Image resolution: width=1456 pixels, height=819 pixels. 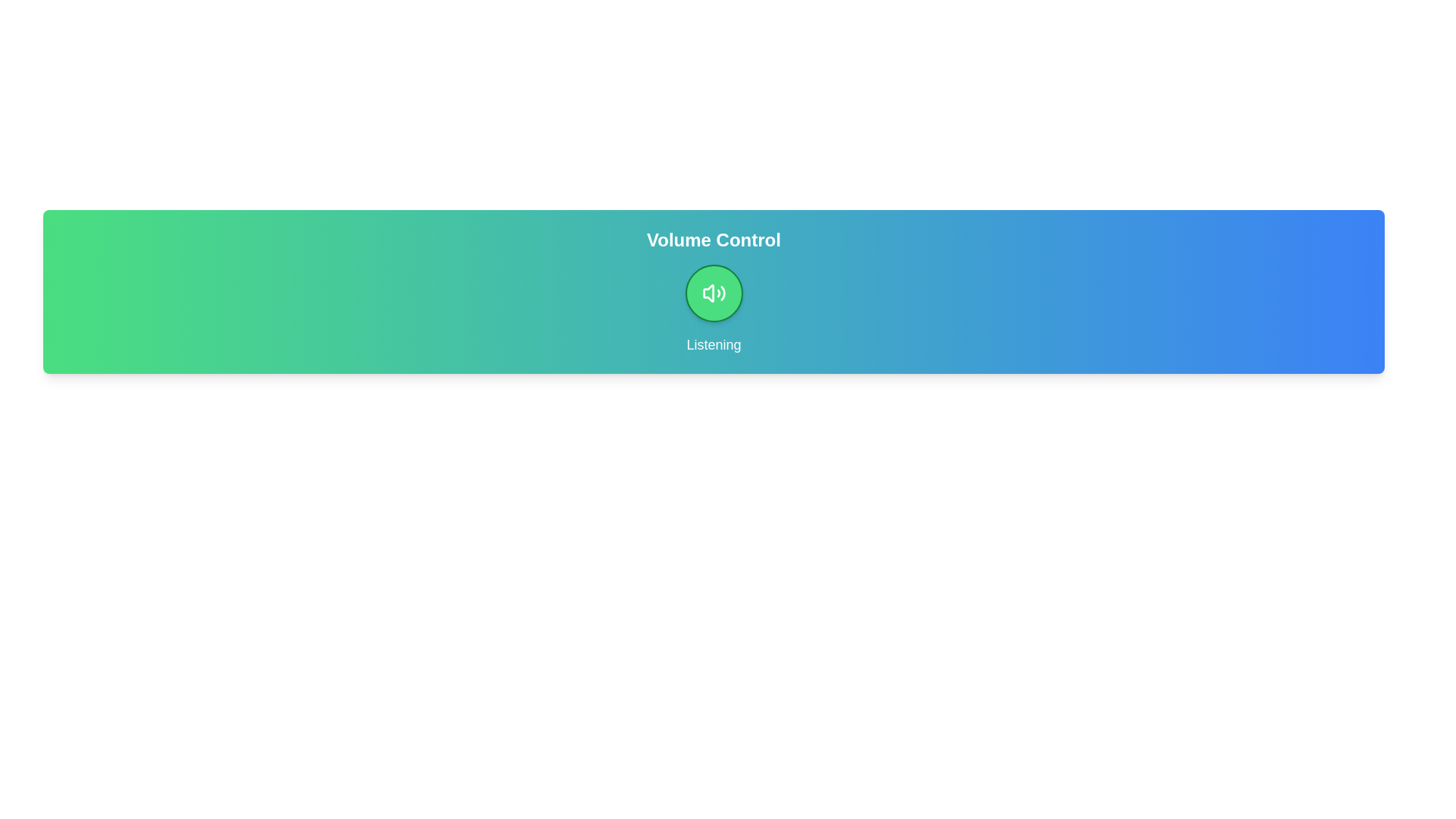 I want to click on the volume toggle button to change its state, so click(x=713, y=293).